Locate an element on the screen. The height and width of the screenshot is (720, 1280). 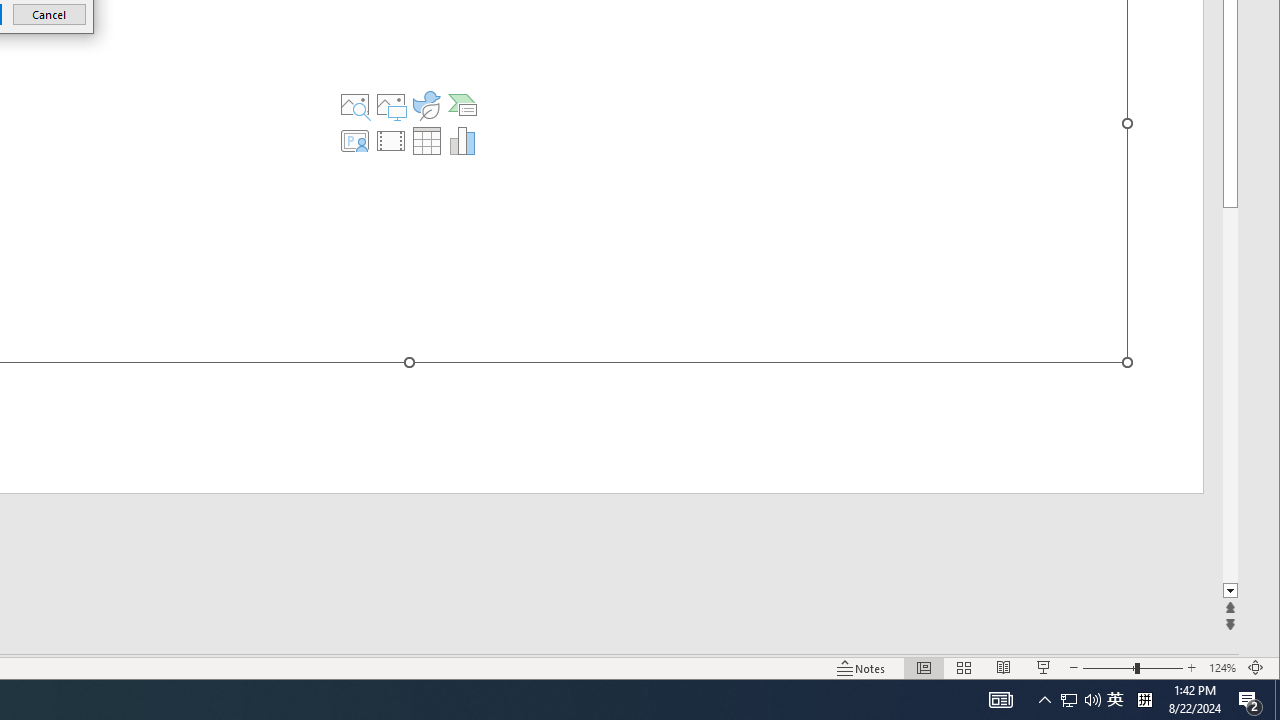
'Insert Table' is located at coordinates (425, 140).